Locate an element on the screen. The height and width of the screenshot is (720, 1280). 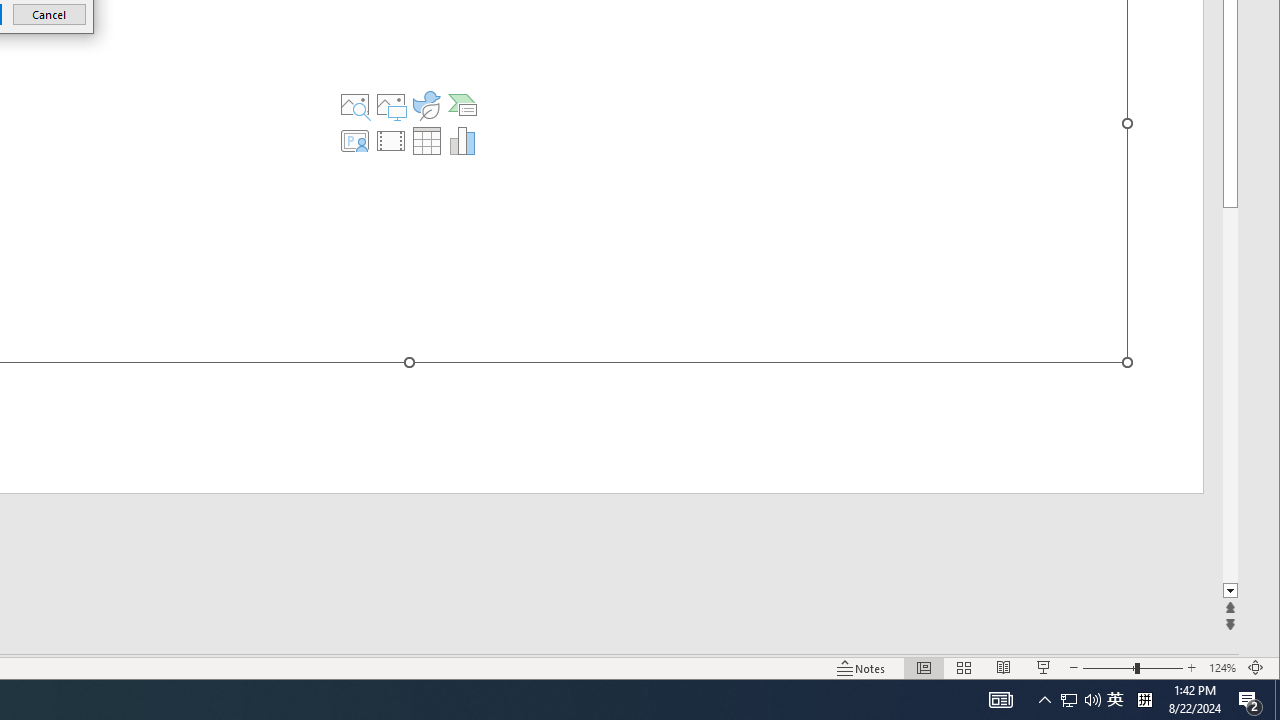
'Insert Table' is located at coordinates (425, 140).